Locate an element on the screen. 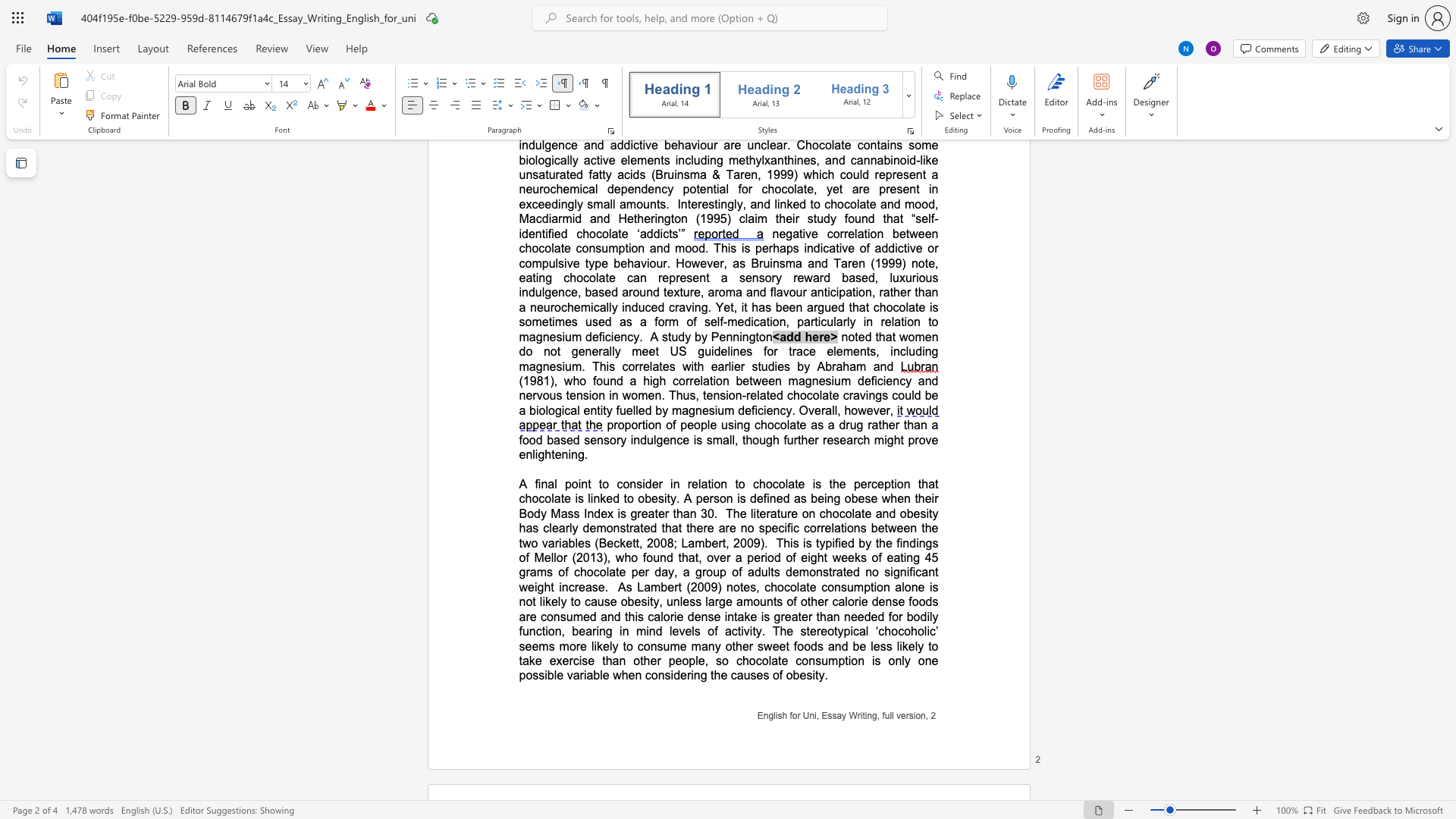 The height and width of the screenshot is (819, 1456). the subset text "x is greater th" within the text "that chocolate is linked to obesity. A person is defined as being obese when their Body Mass Index is greater than 30" is located at coordinates (607, 513).